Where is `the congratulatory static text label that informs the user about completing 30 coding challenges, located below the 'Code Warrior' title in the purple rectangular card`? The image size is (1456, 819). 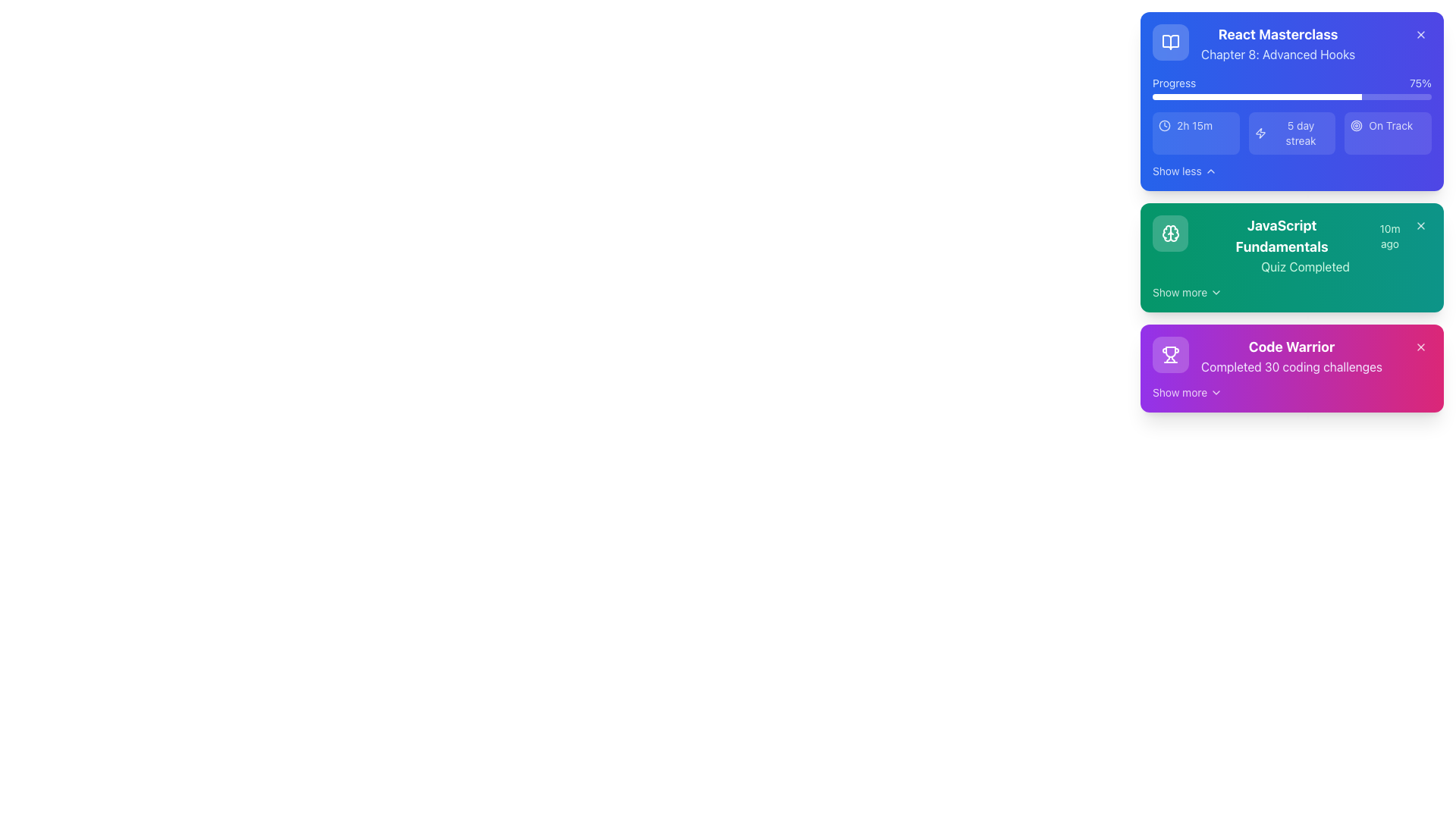 the congratulatory static text label that informs the user about completing 30 coding challenges, located below the 'Code Warrior' title in the purple rectangular card is located at coordinates (1291, 366).